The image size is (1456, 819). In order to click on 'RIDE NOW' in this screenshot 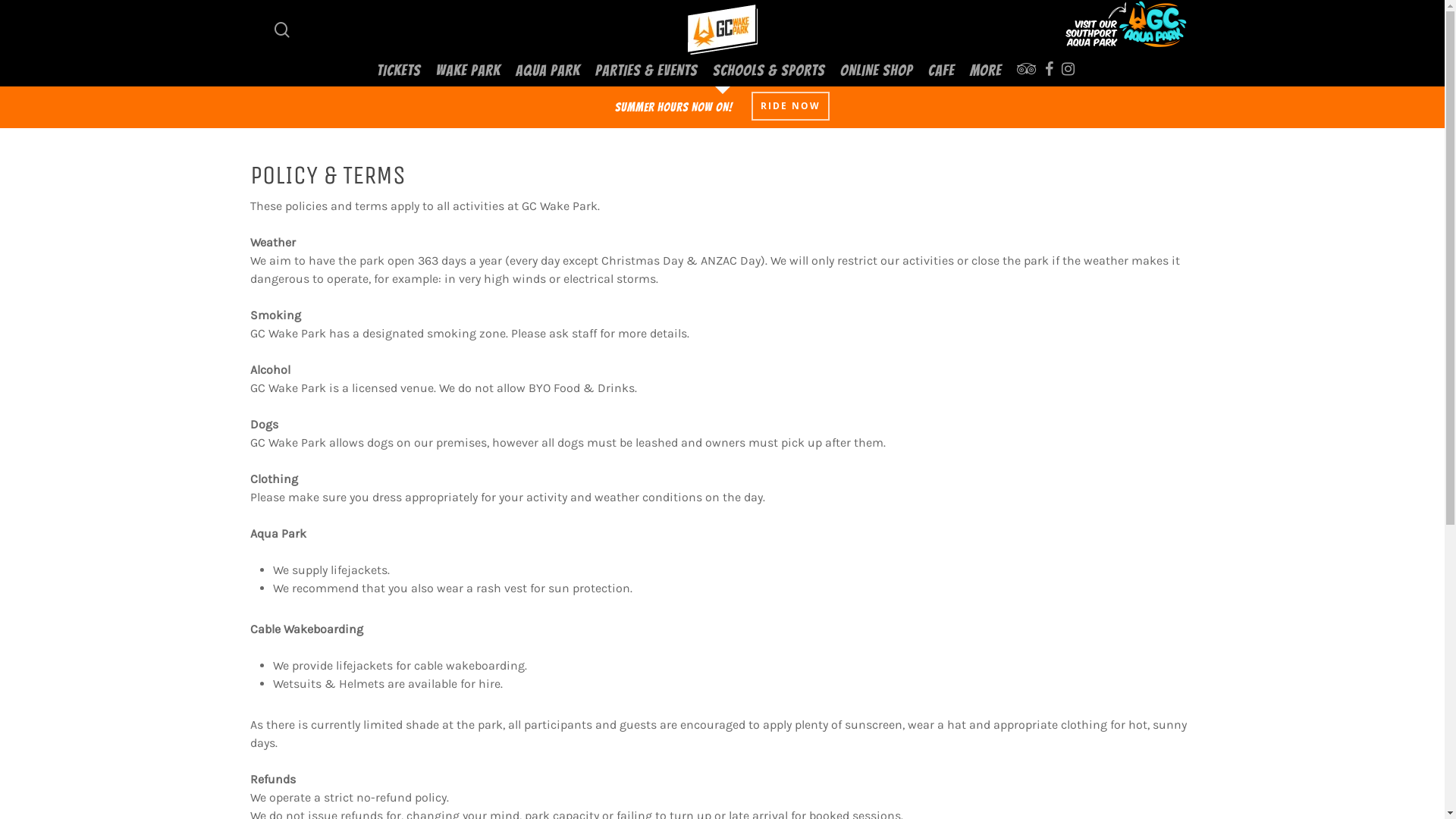, I will do `click(789, 105)`.